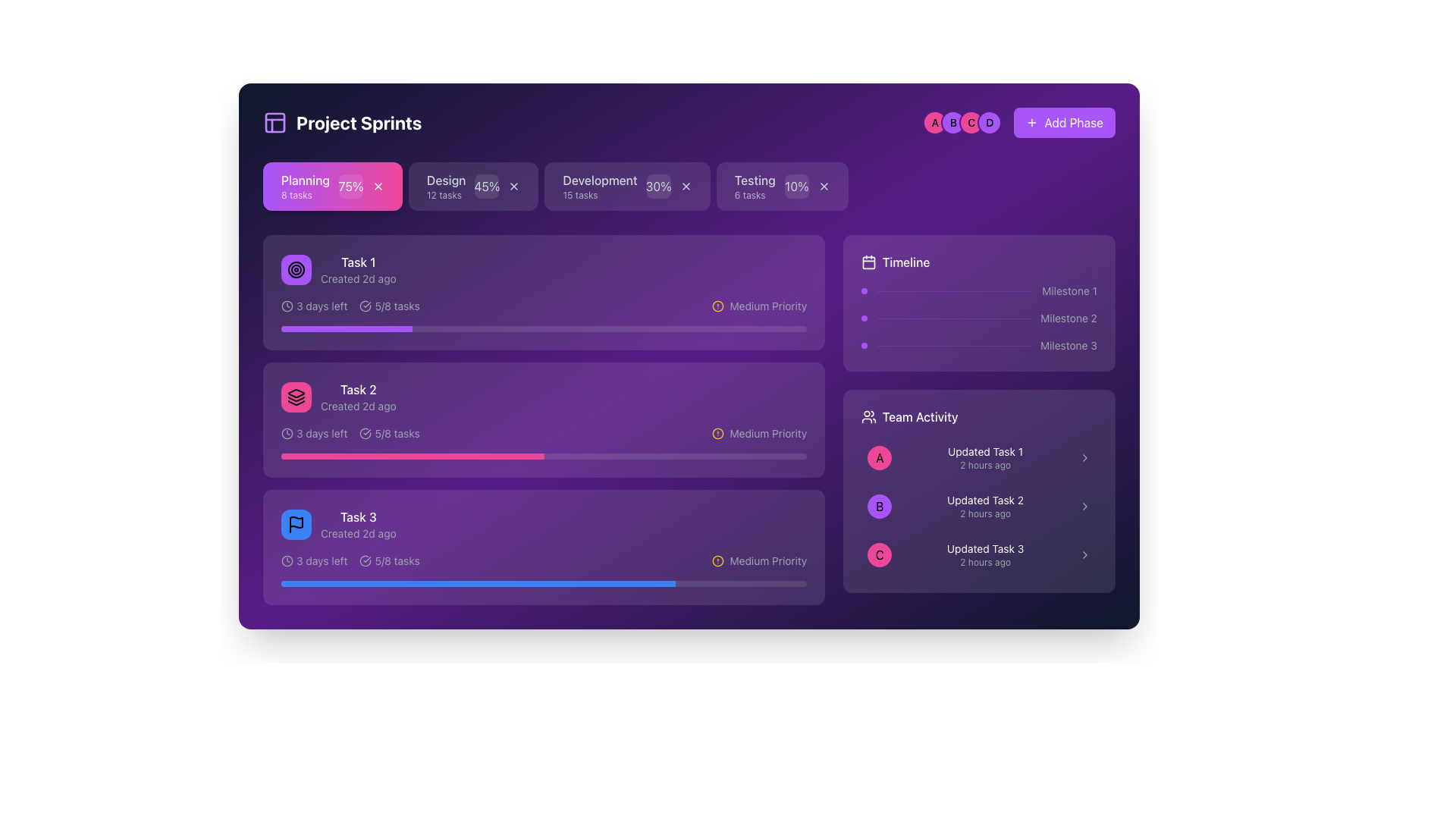 This screenshot has height=819, width=1456. I want to click on the 'Project Sprints' text and accompanying purple icon, which is located at the top-left corner of the interface against a dark purple background, so click(341, 122).